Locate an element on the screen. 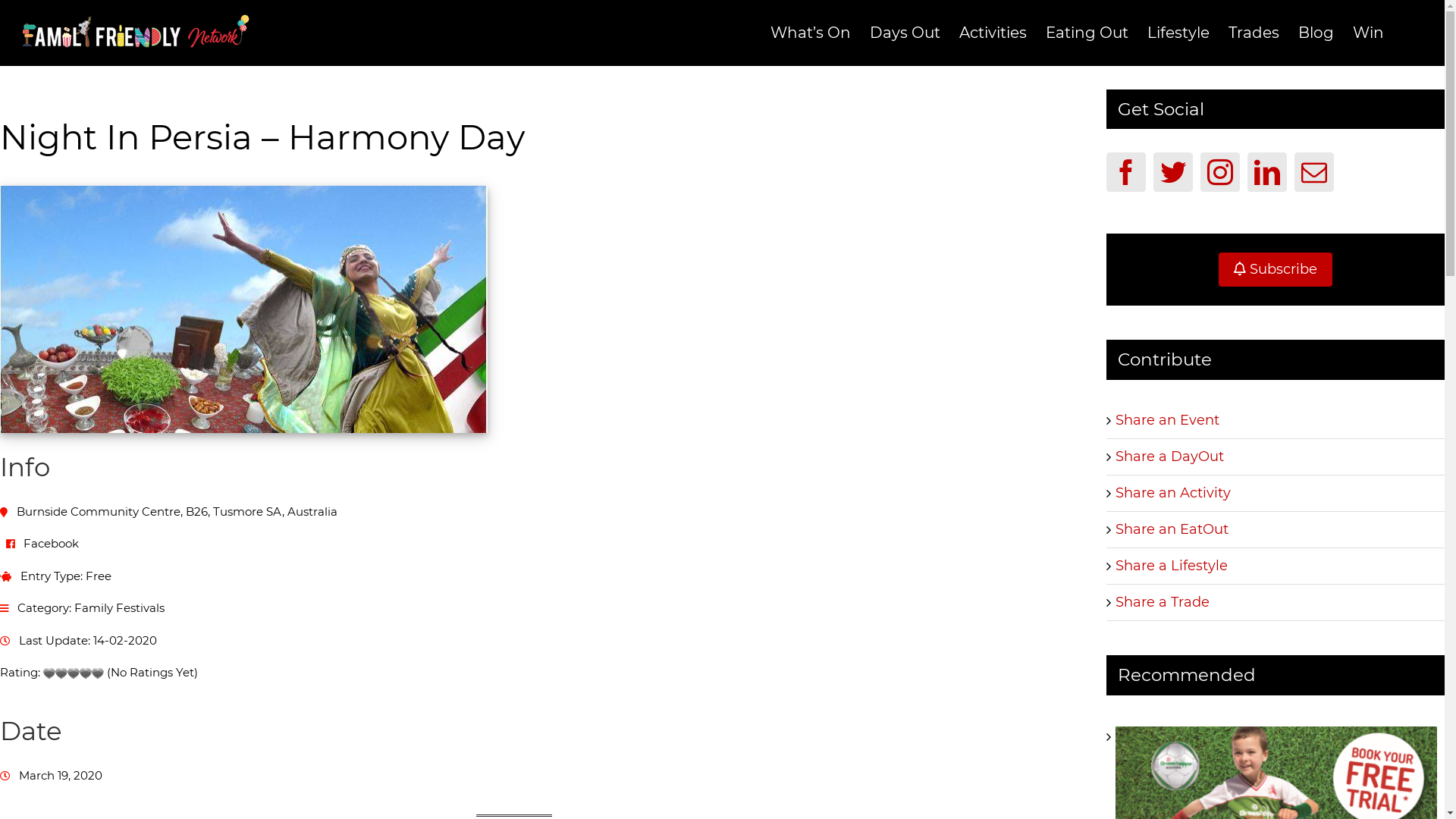  'Trades' is located at coordinates (1254, 33).